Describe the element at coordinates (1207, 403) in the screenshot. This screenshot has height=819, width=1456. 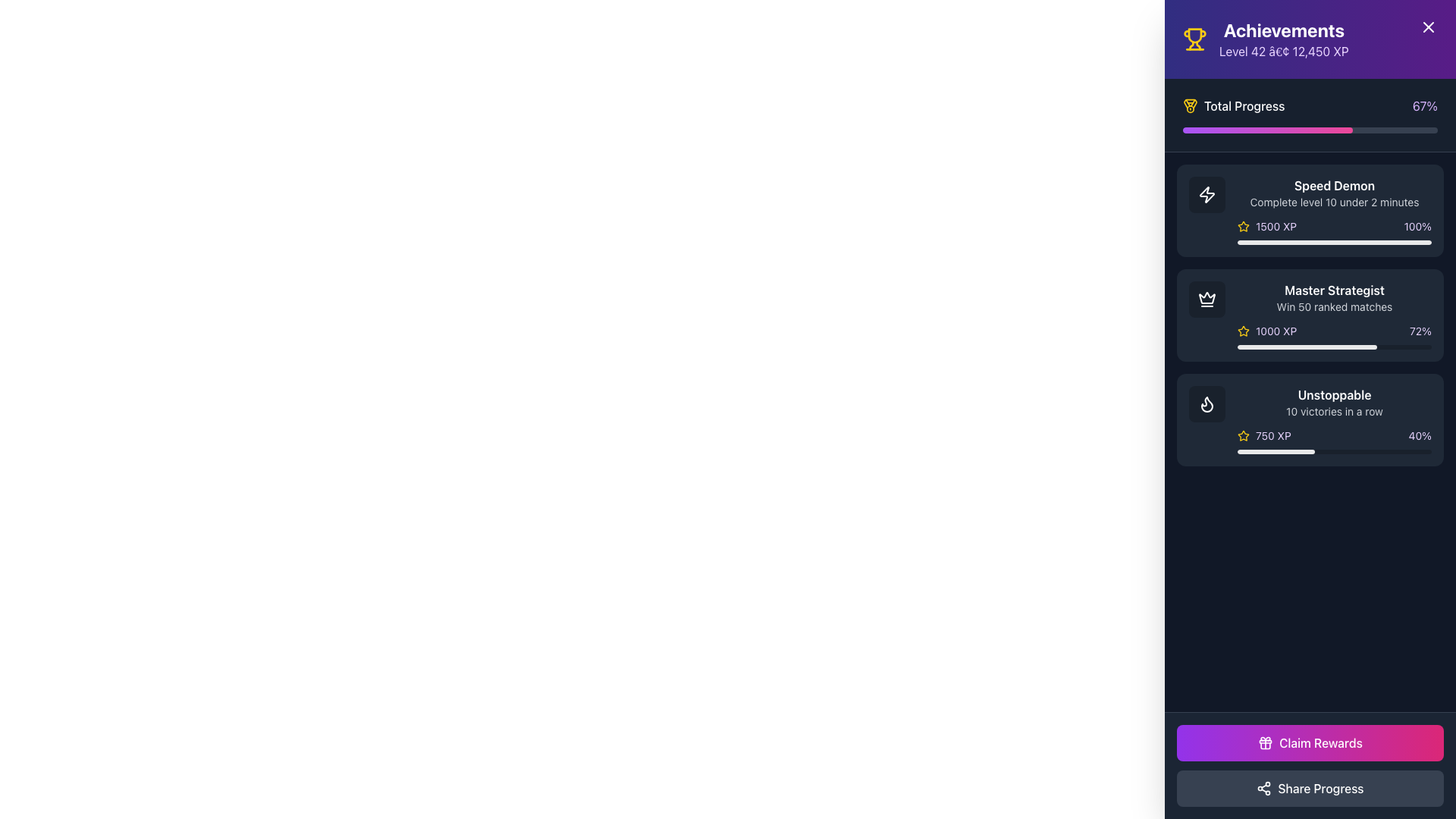
I see `the flame icon in the 'Unstoppable' achievement card, which is a compact box with a dark background and rounded corners, located on the leftmost side above the text '10 victories in a row'` at that location.